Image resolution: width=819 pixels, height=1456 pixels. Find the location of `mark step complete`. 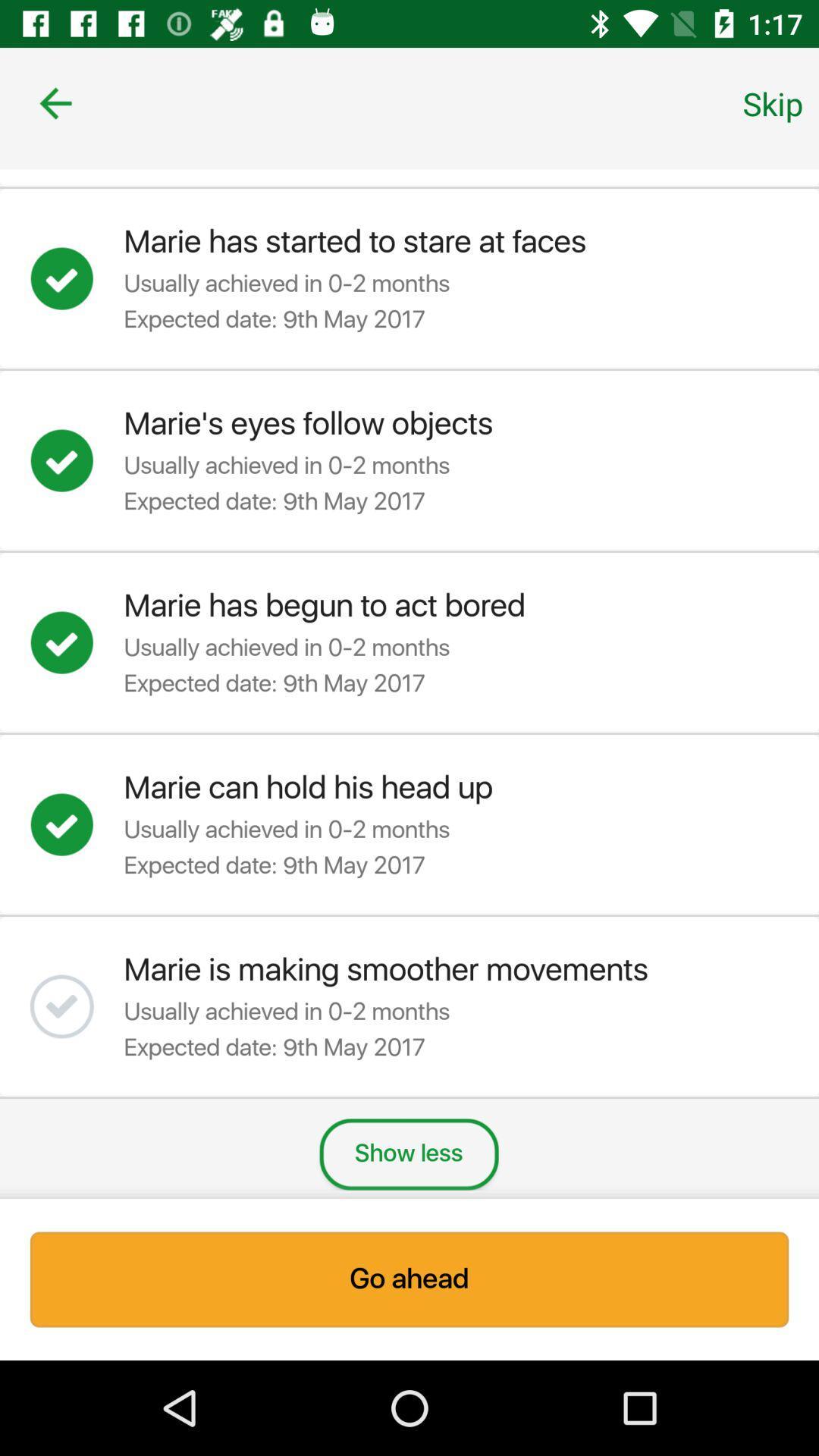

mark step complete is located at coordinates (77, 824).